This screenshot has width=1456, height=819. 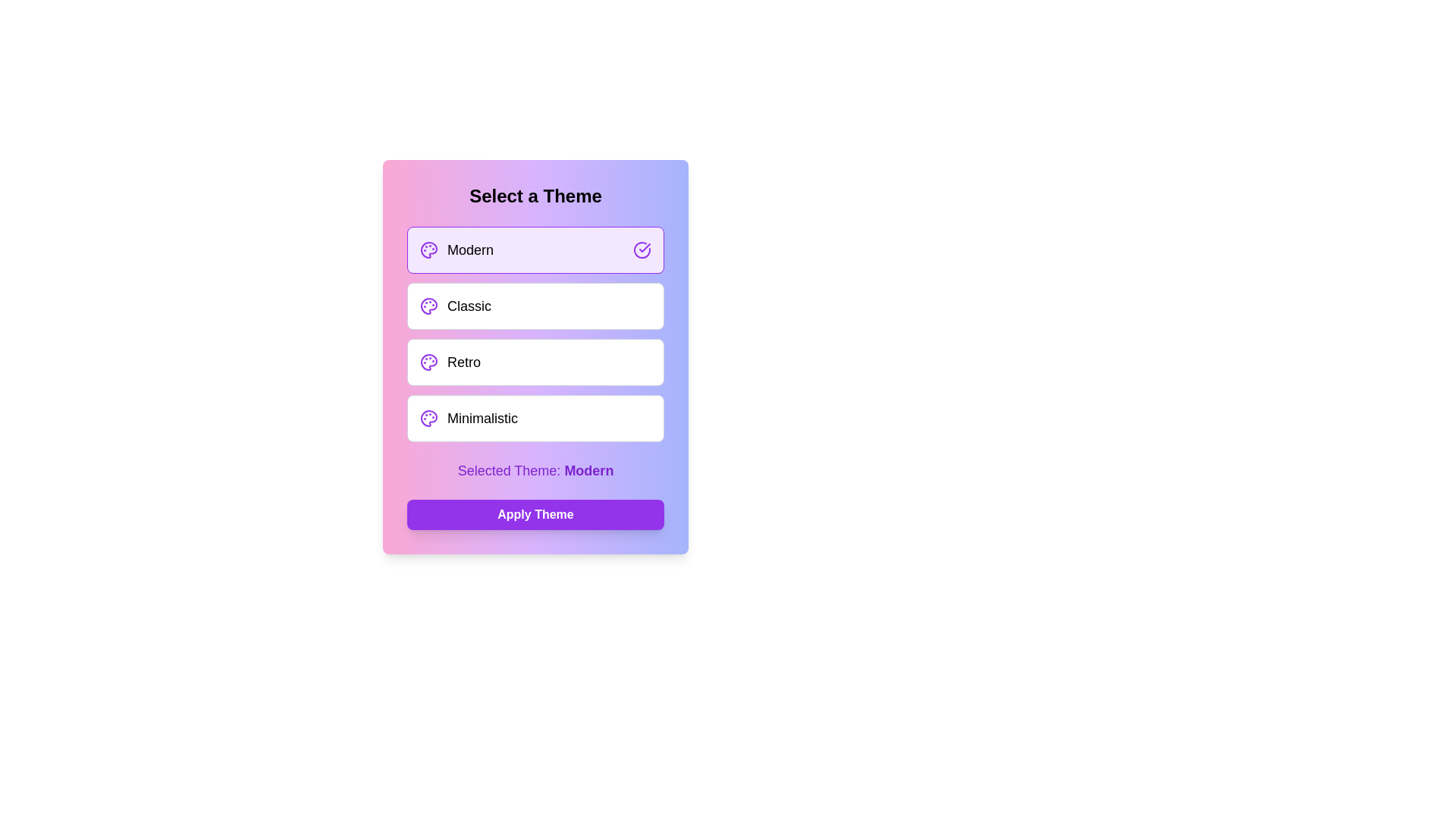 I want to click on the circular checkmark confirmation icon in purple located in the top-right section of the 'Modern' option in the 'Select a Theme' menu, so click(x=642, y=249).